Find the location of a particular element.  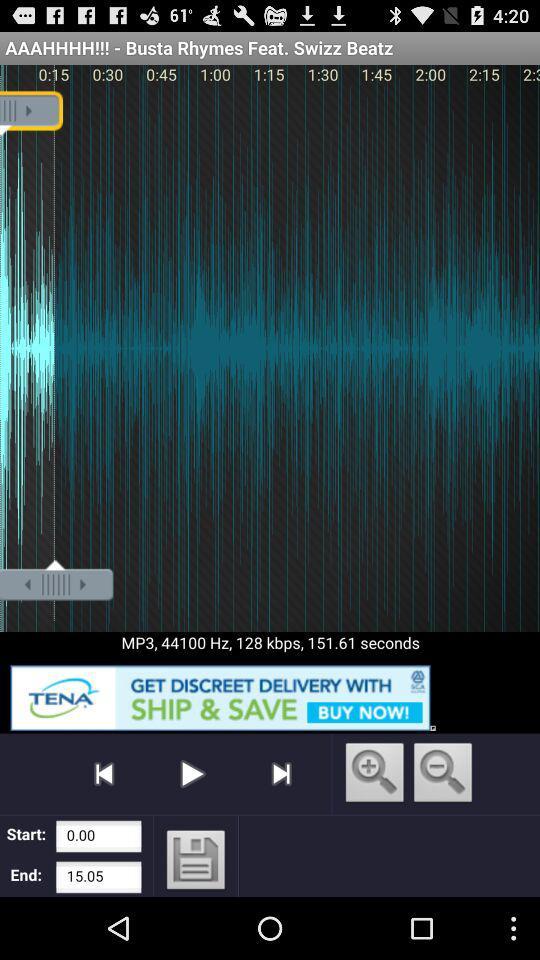

the zoom_out icon is located at coordinates (443, 829).